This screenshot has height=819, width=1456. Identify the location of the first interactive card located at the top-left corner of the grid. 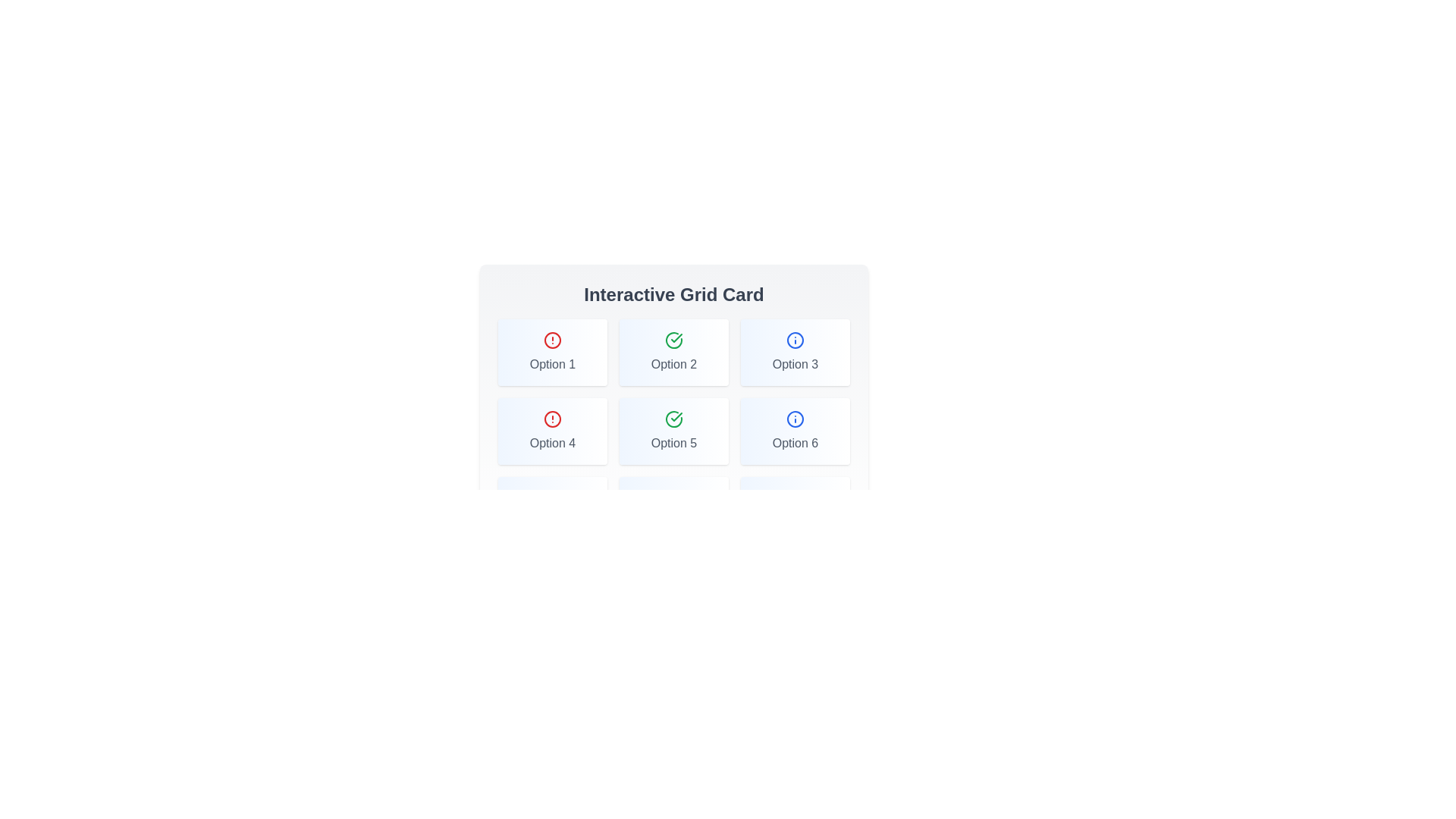
(552, 353).